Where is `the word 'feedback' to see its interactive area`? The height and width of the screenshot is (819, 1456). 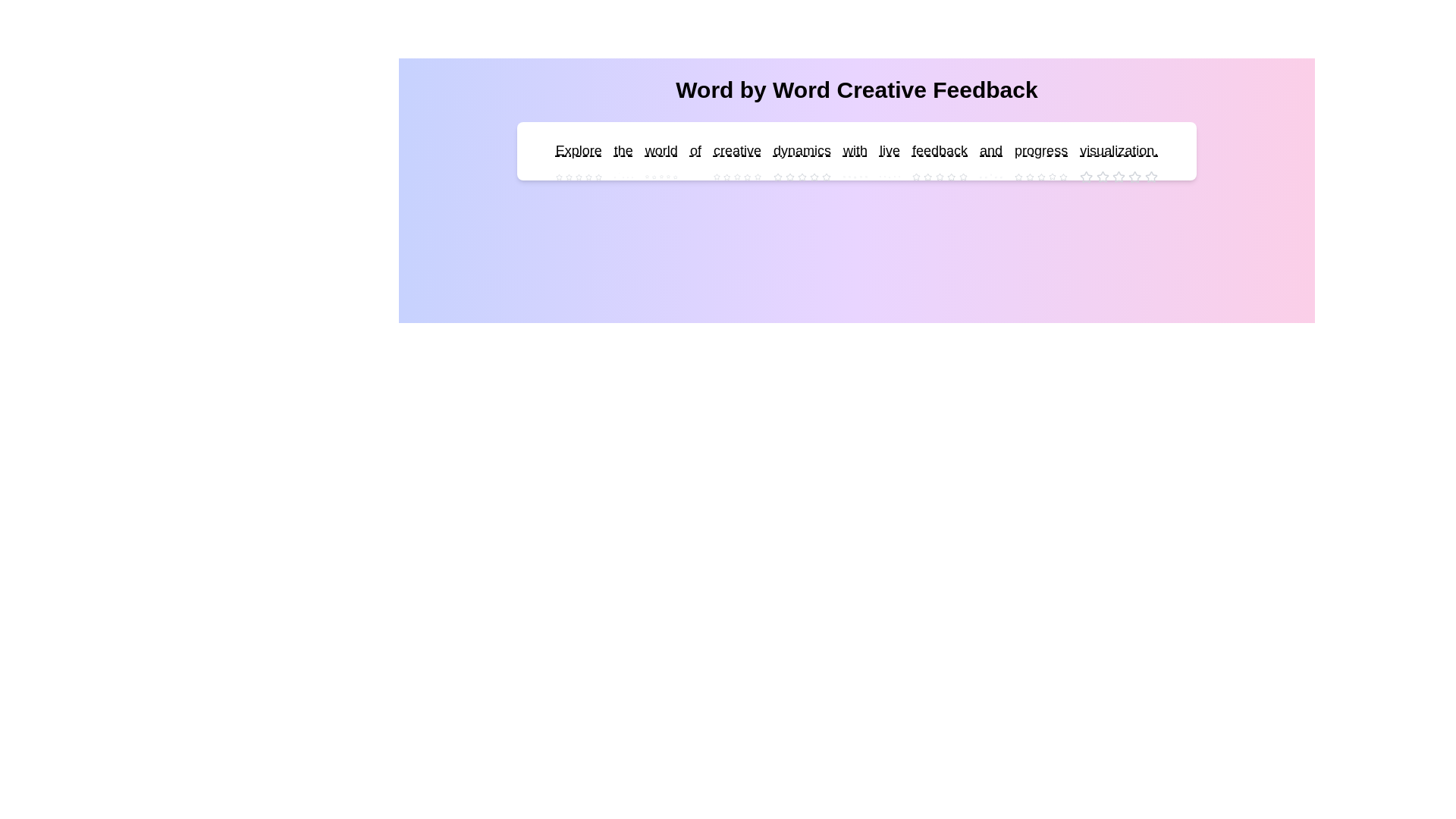 the word 'feedback' to see its interactive area is located at coordinates (939, 151).